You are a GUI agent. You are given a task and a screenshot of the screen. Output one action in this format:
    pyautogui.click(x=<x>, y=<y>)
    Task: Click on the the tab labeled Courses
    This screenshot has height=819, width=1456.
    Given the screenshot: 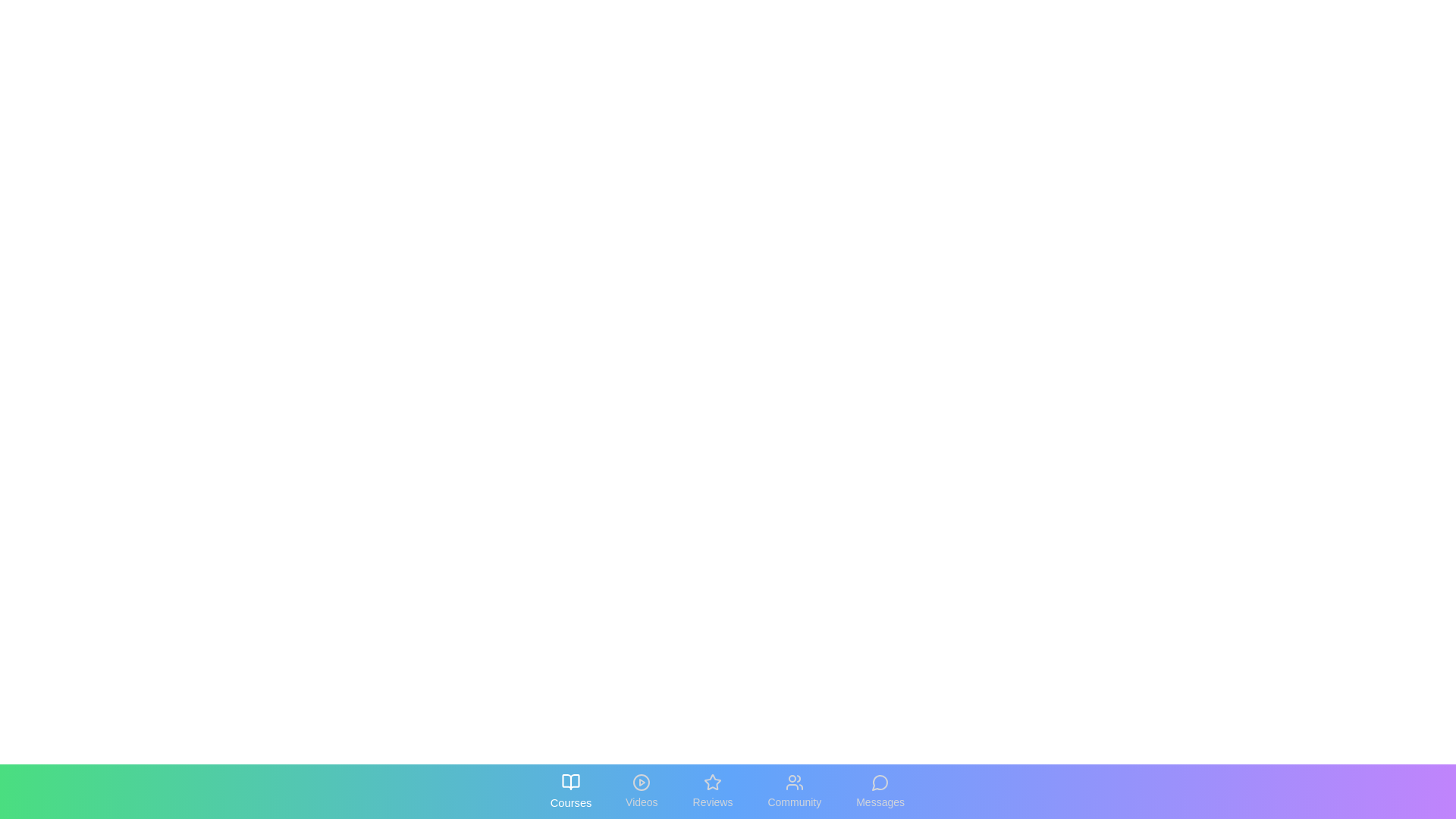 What is the action you would take?
    pyautogui.click(x=570, y=791)
    